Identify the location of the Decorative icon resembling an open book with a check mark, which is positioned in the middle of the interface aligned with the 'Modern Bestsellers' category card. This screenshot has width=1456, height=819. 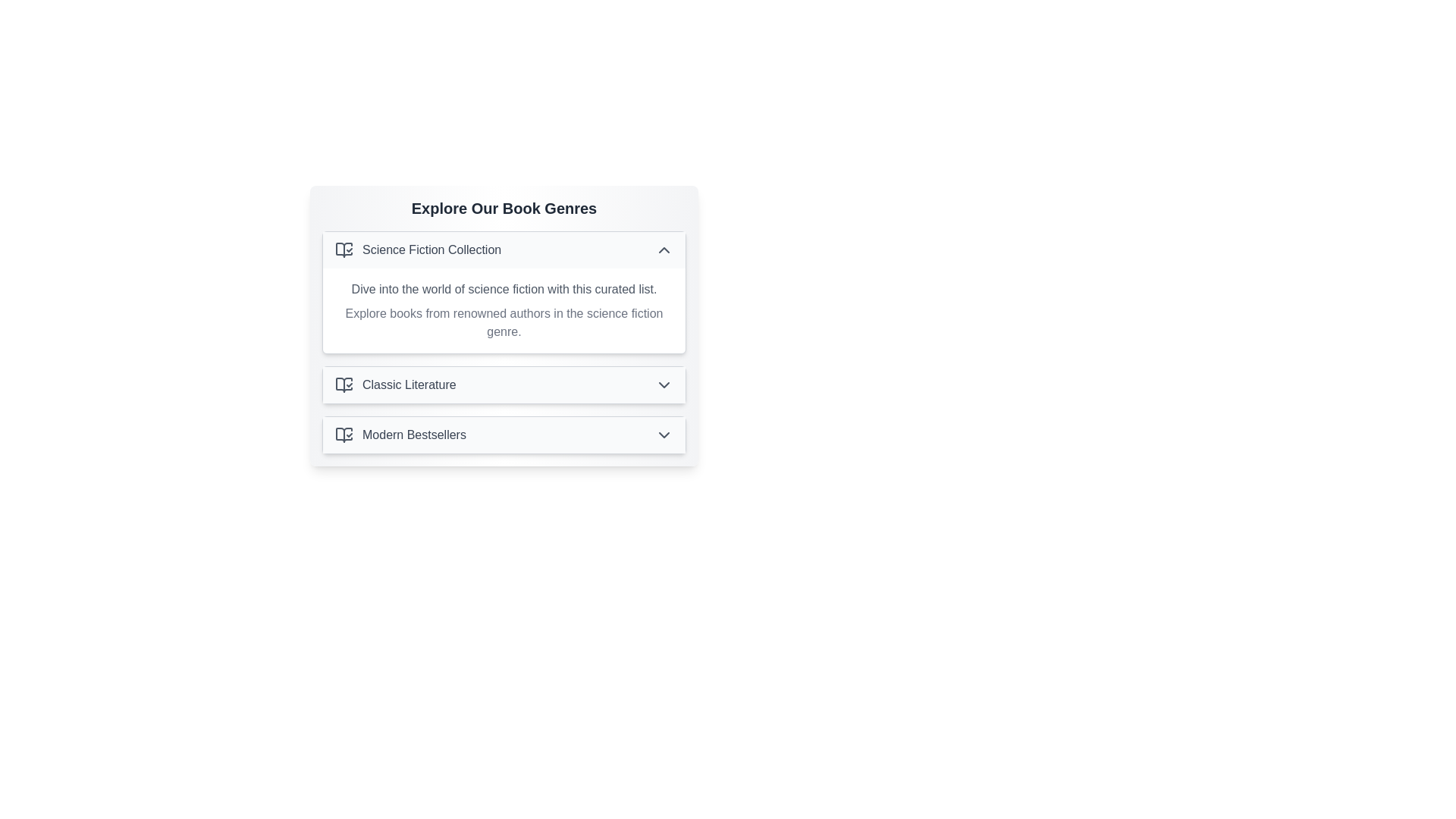
(344, 384).